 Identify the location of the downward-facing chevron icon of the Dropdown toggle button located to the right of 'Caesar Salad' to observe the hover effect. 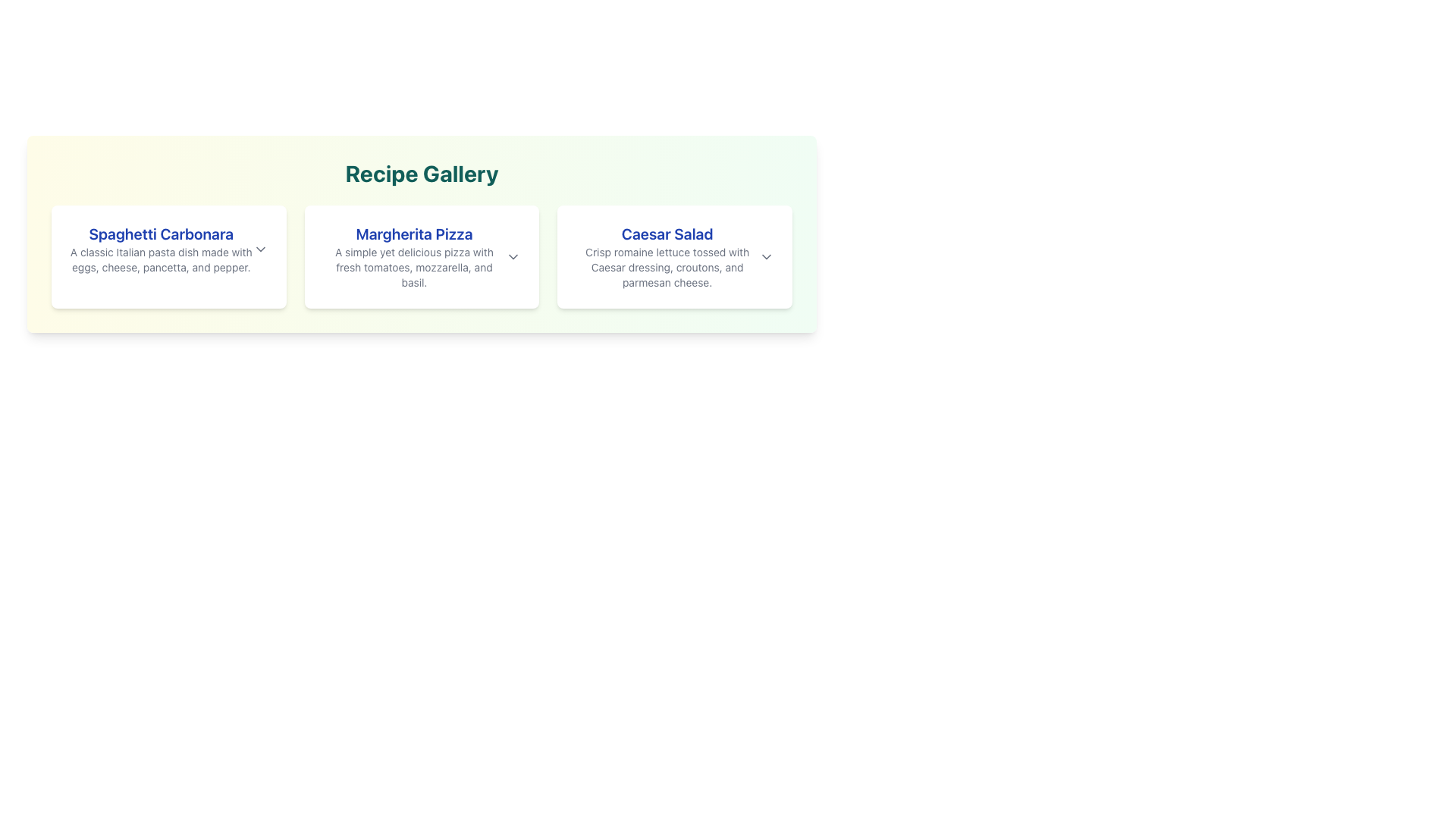
(767, 256).